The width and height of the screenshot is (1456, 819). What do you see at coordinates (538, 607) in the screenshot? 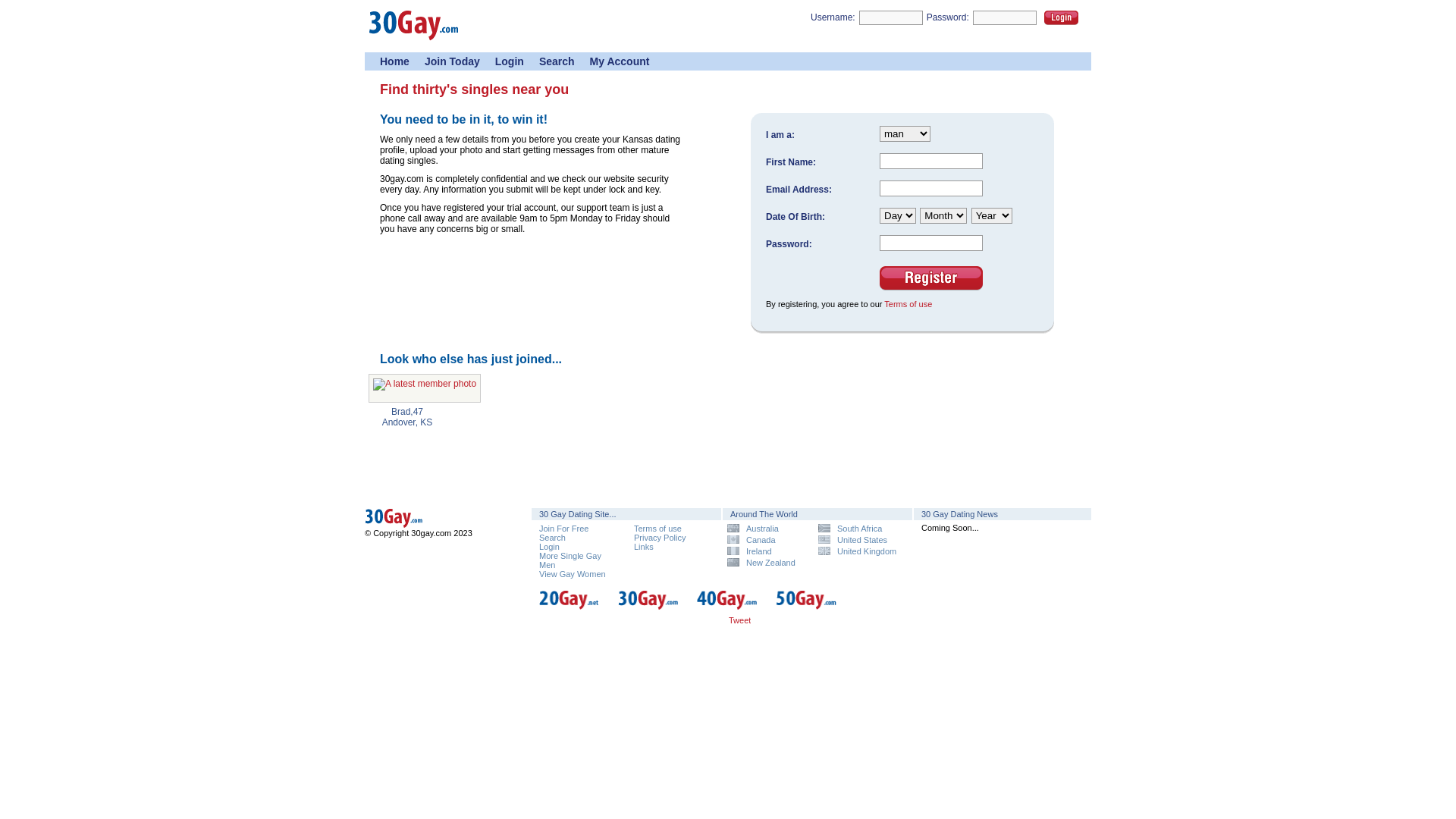
I see `'20 Gay Dating - 20gay.net'` at bounding box center [538, 607].